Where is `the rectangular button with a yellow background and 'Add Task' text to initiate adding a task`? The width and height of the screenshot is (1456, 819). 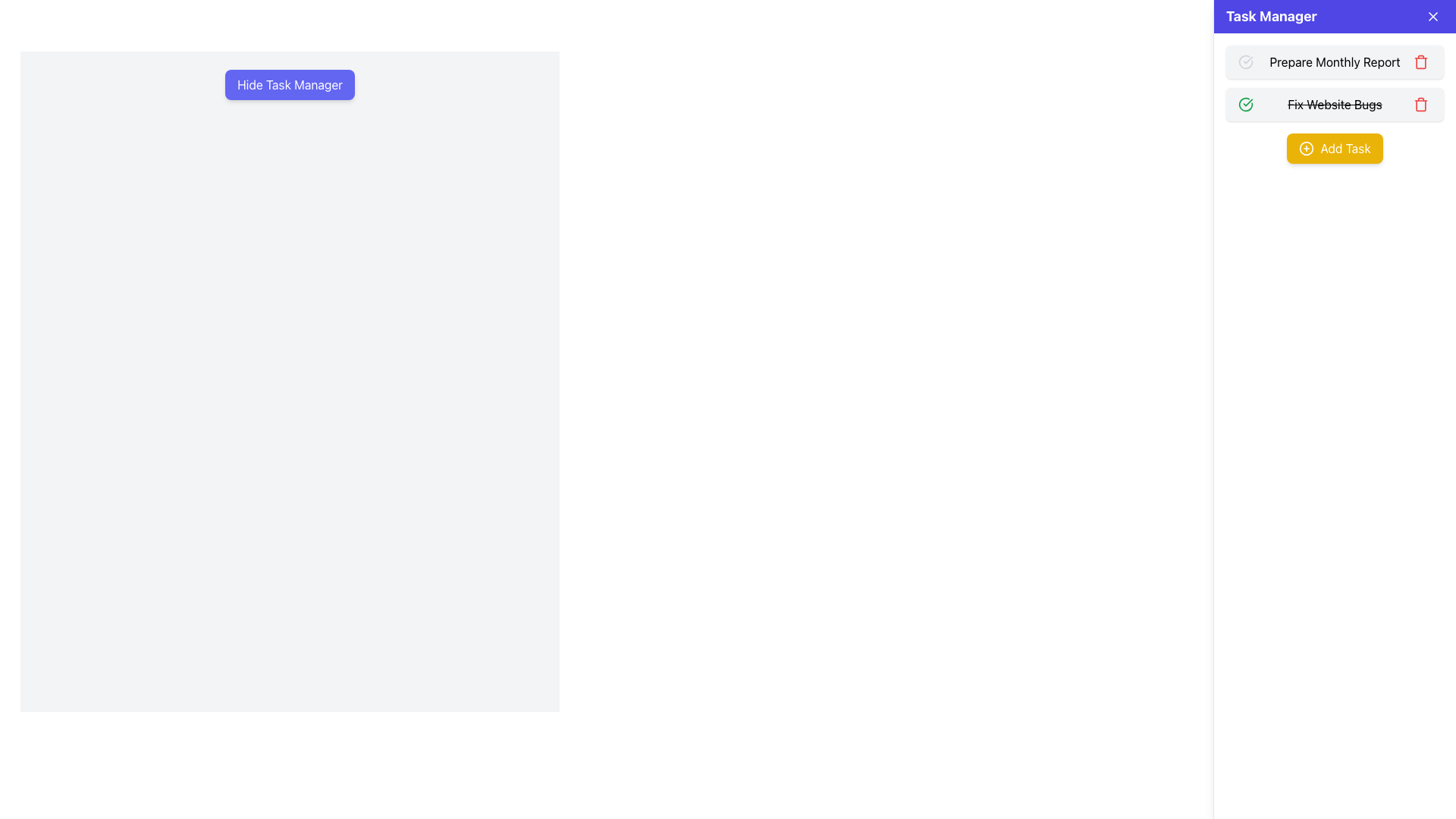
the rectangular button with a yellow background and 'Add Task' text to initiate adding a task is located at coordinates (1335, 149).